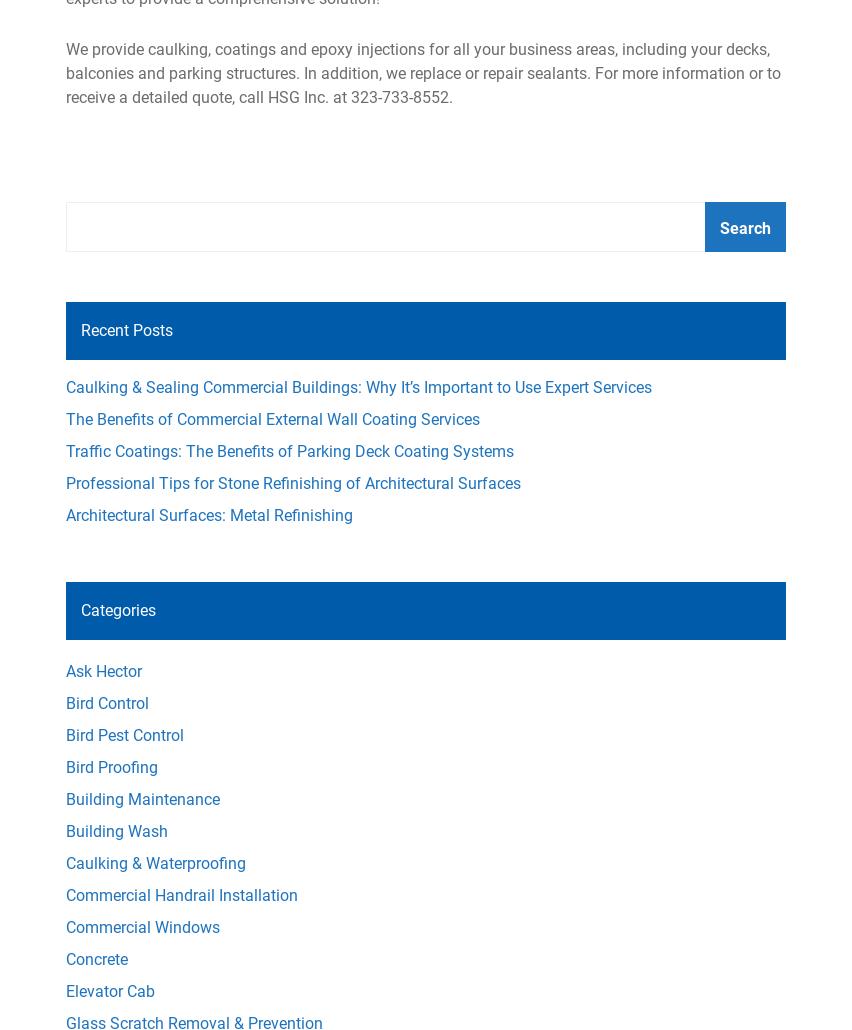 The image size is (852, 1030). What do you see at coordinates (358, 386) in the screenshot?
I see `'Caulking & Sealing Commercial Buildings: Why It’s Important to Use Expert Services'` at bounding box center [358, 386].